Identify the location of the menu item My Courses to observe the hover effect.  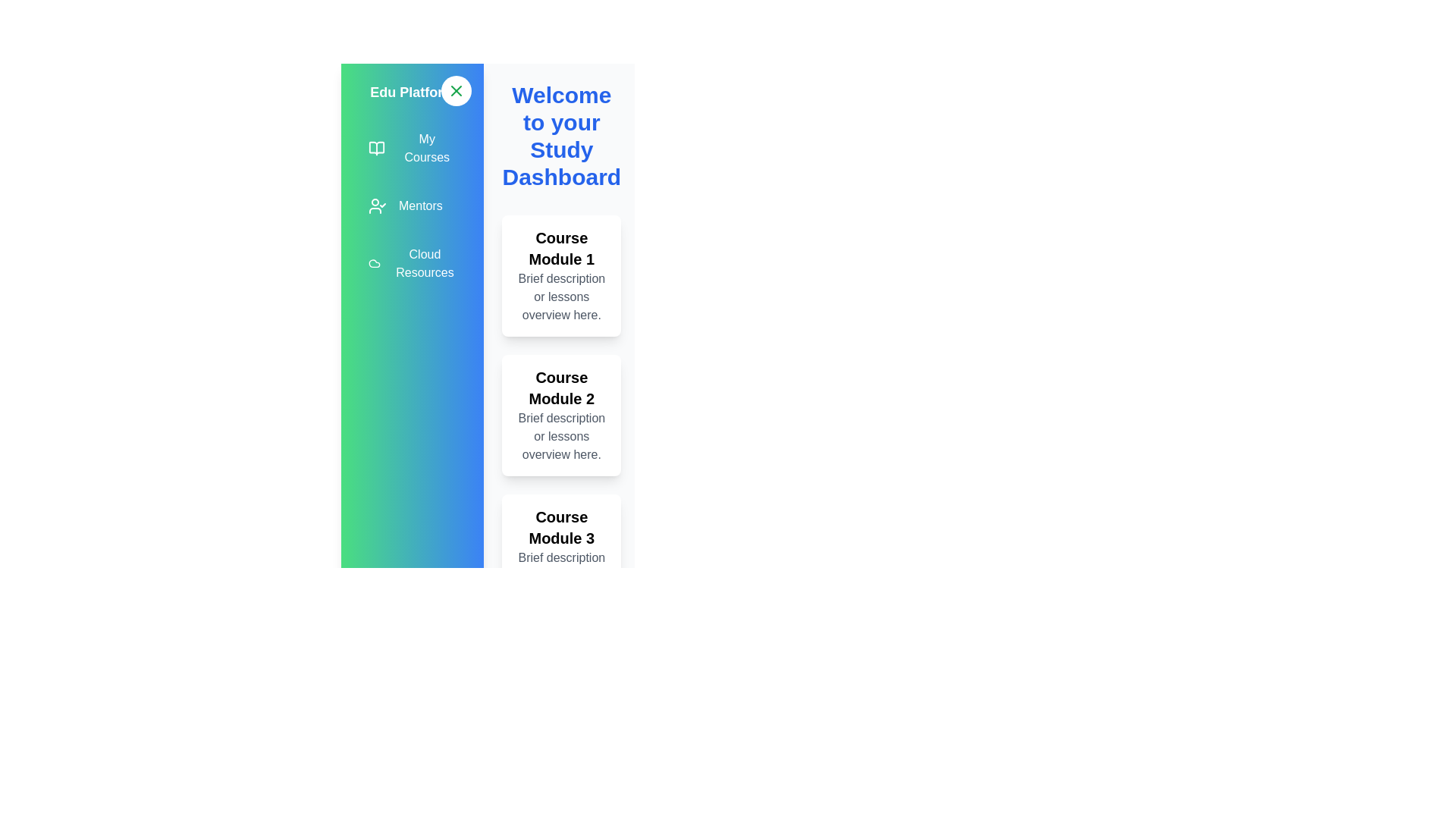
(412, 149).